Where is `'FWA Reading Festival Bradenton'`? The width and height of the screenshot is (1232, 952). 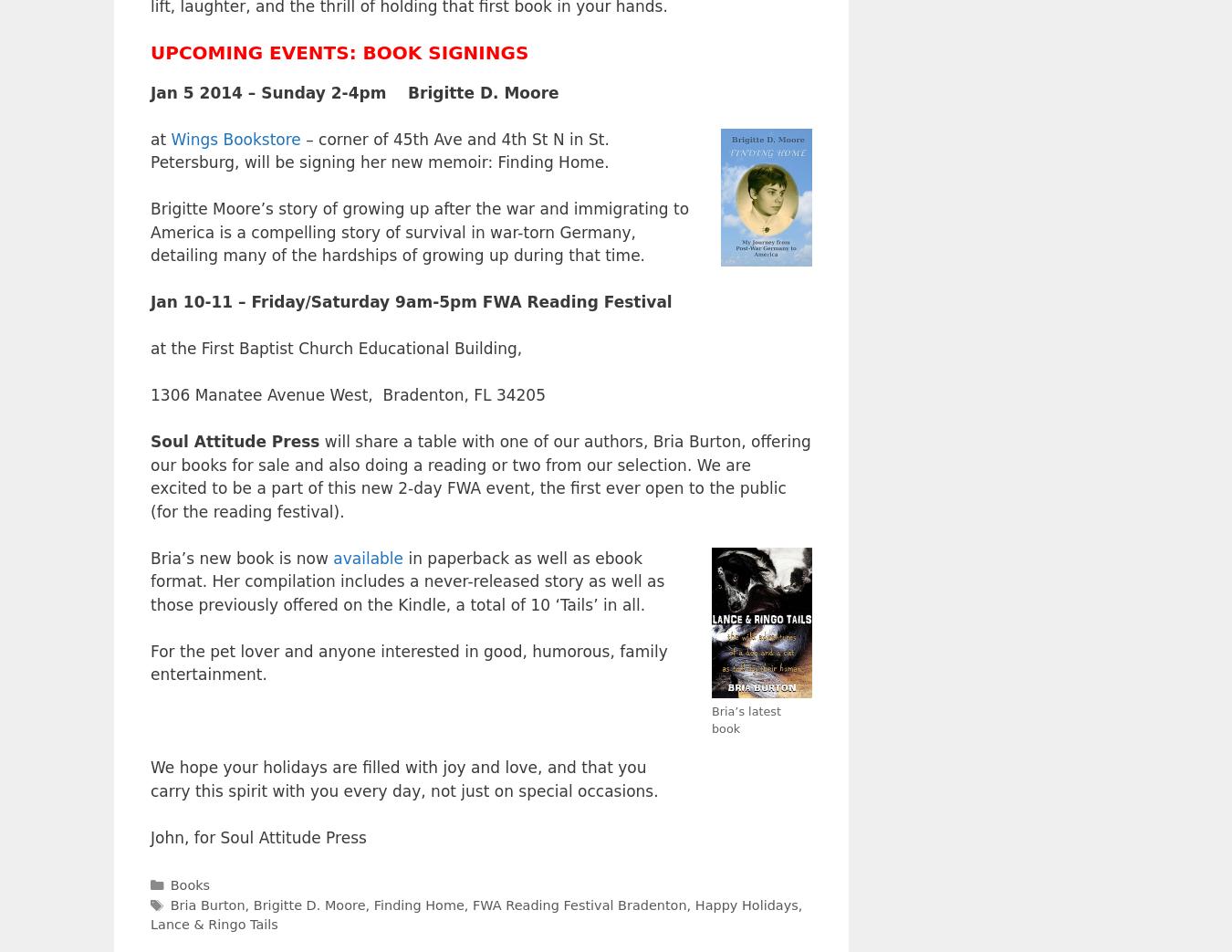 'FWA Reading Festival Bradenton' is located at coordinates (471, 904).